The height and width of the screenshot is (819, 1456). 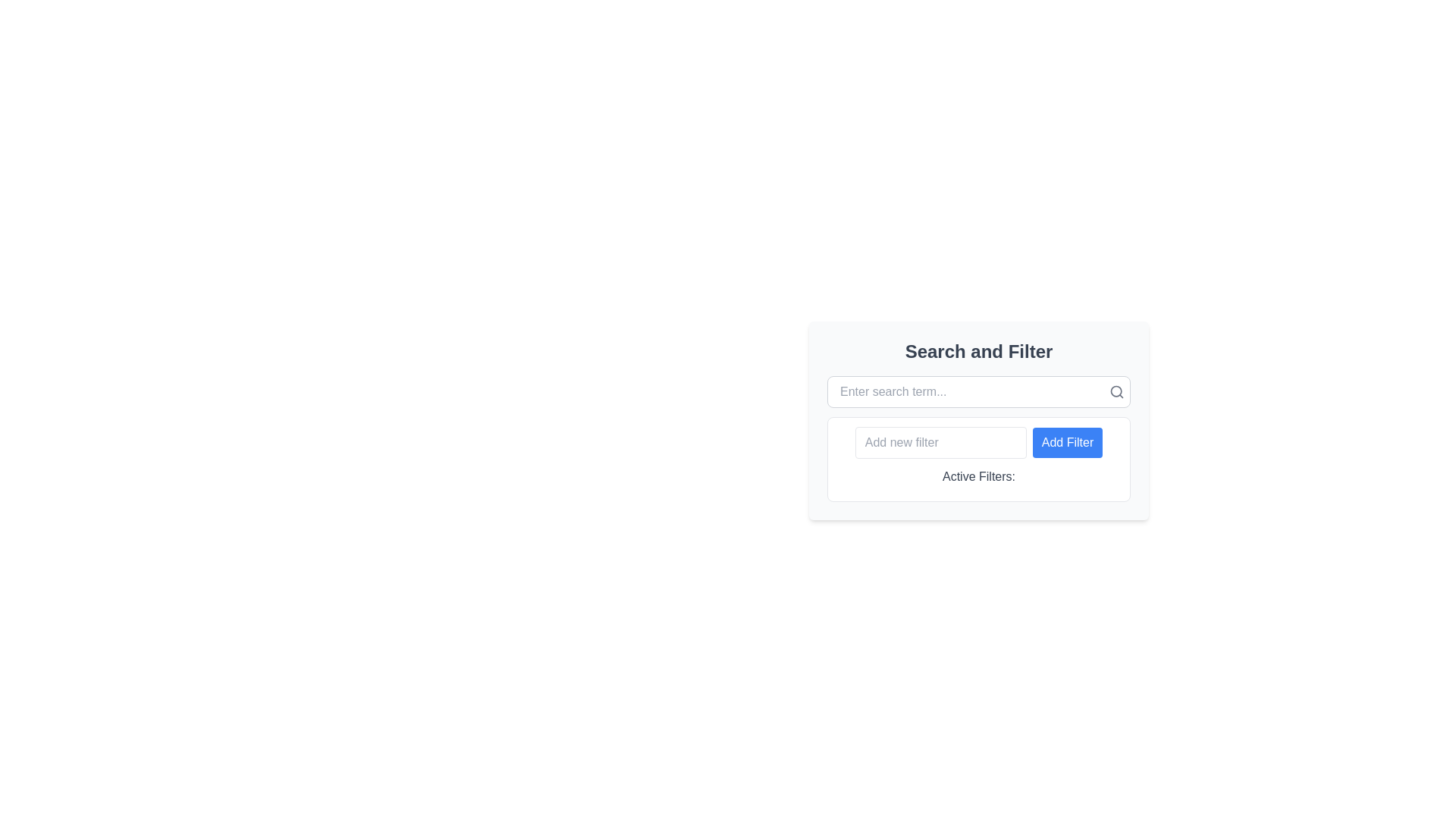 I want to click on the text label that displays 'Active Filters:' which is located below the 'Add Filter' button and is styled in medium font weight with a gray color, so click(x=979, y=475).